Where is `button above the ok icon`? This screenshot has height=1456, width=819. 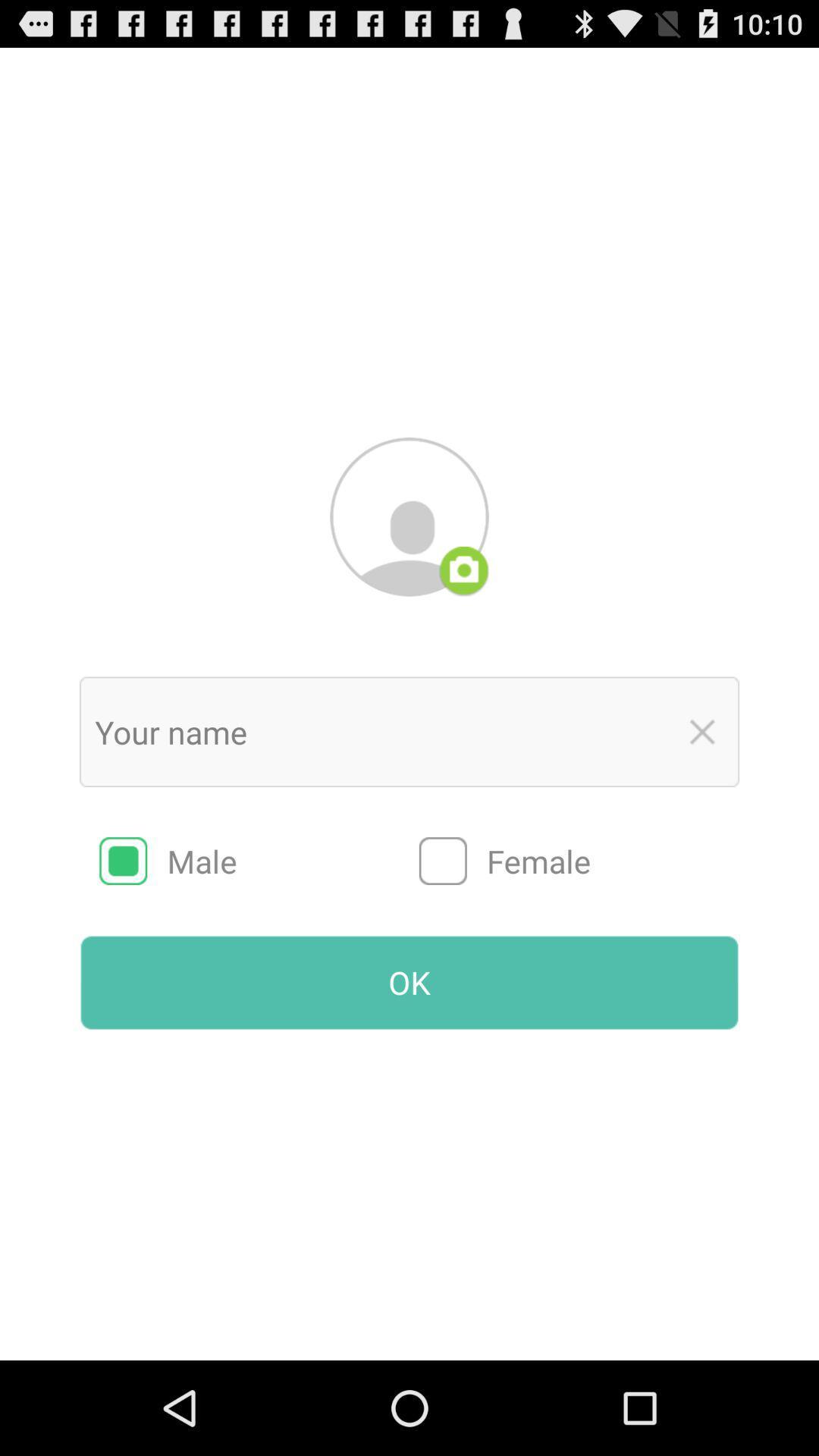
button above the ok icon is located at coordinates (259, 861).